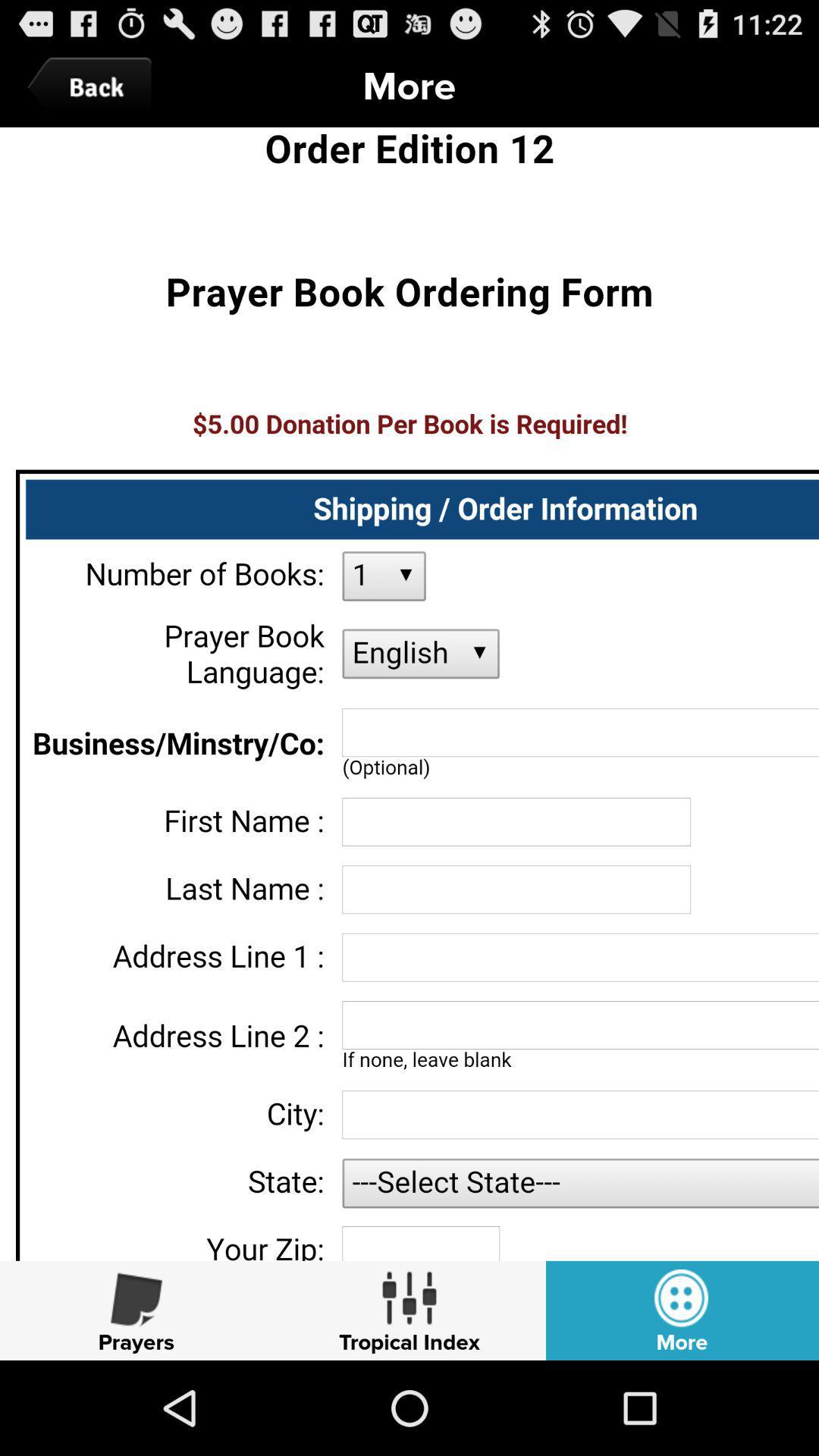  I want to click on shipping information, so click(409, 693).